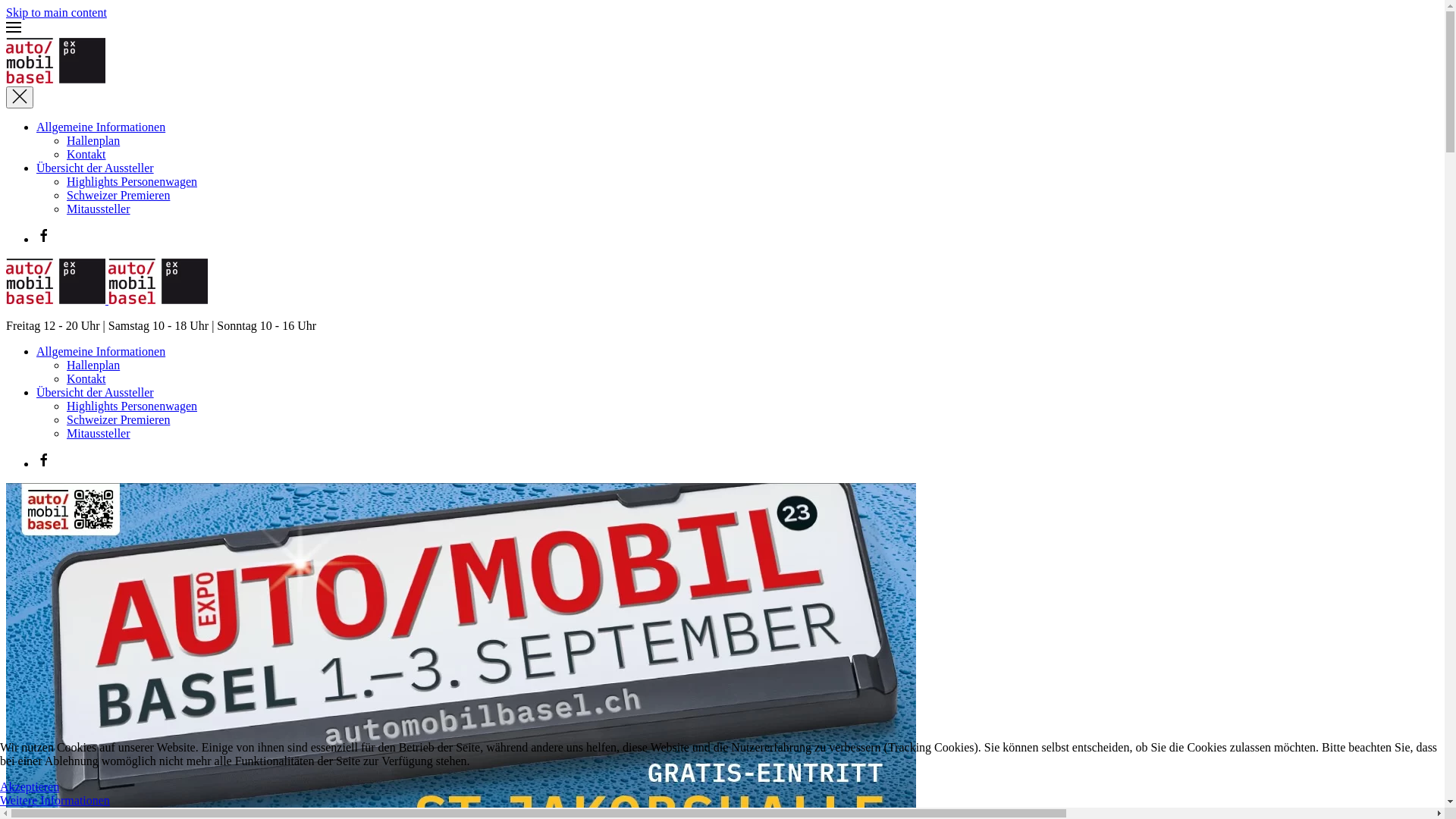  What do you see at coordinates (55, 799) in the screenshot?
I see `'Weitere Informationen'` at bounding box center [55, 799].